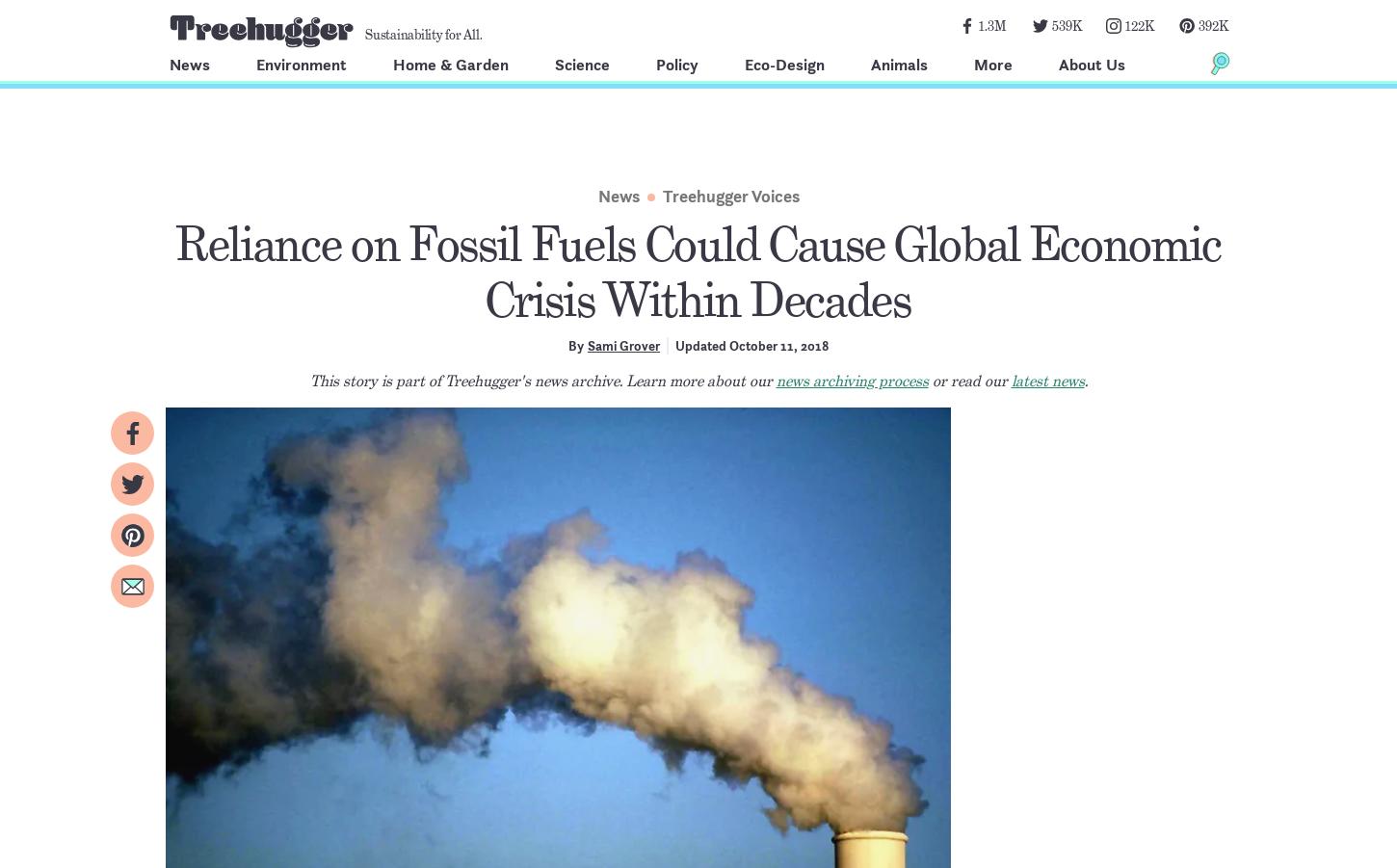 The image size is (1397, 868). What do you see at coordinates (582, 64) in the screenshot?
I see `'Science'` at bounding box center [582, 64].